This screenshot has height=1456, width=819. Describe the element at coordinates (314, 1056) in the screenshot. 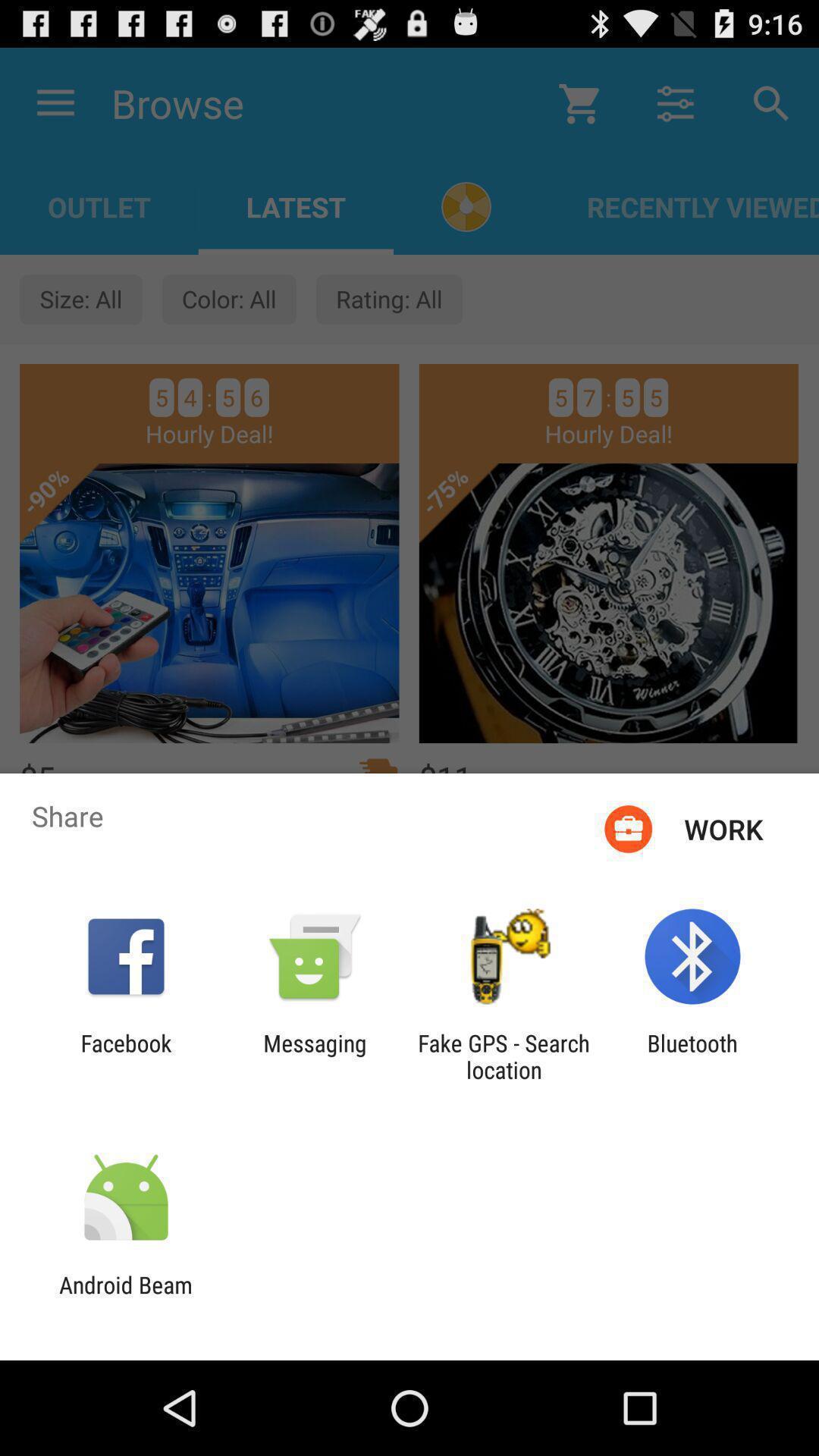

I see `the item to the right of facebook item` at that location.